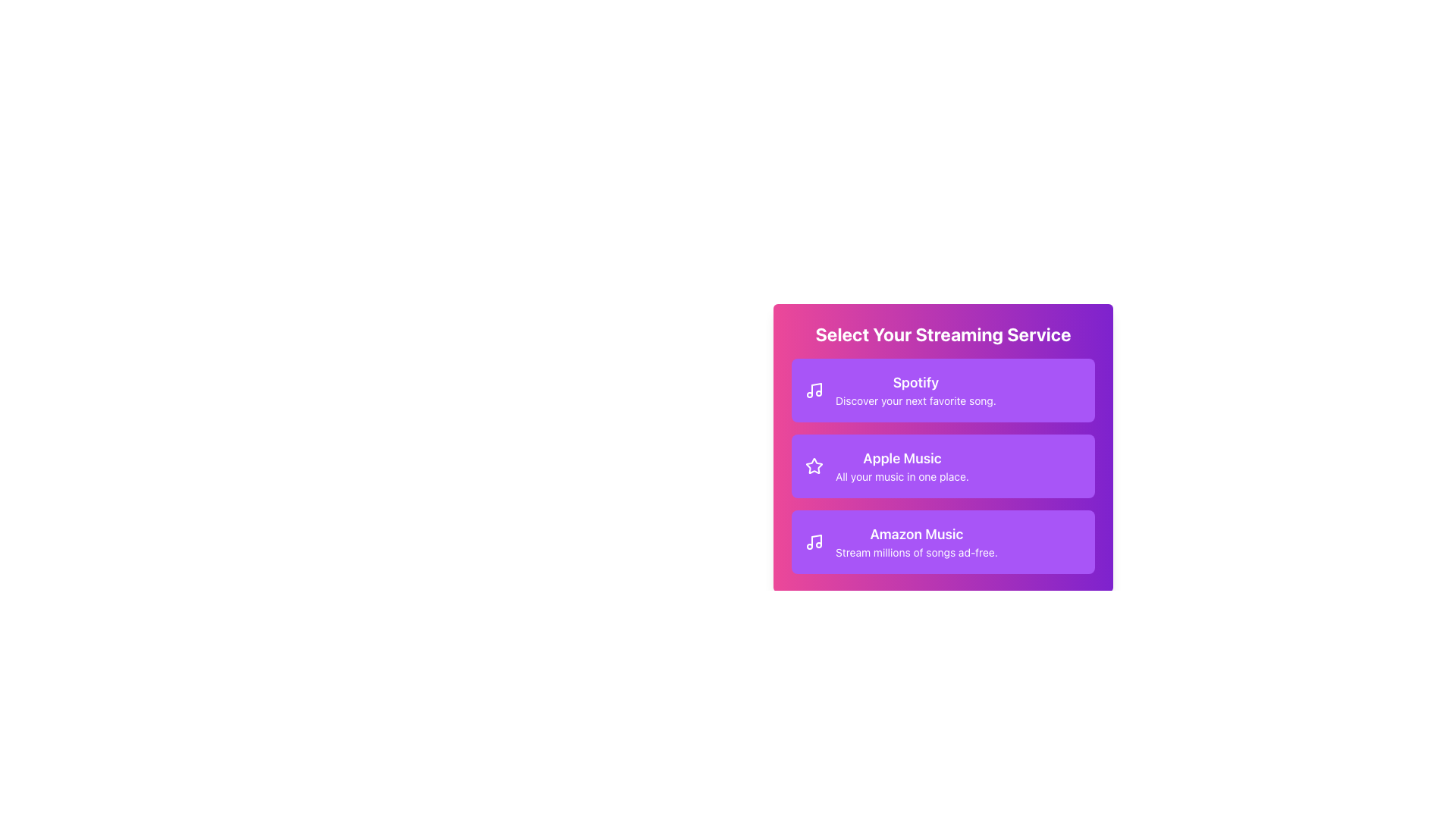  I want to click on descriptive subtitle text located below the 'Apple Music' title, which is centrally positioned within the middle option of the three choices, so click(902, 475).